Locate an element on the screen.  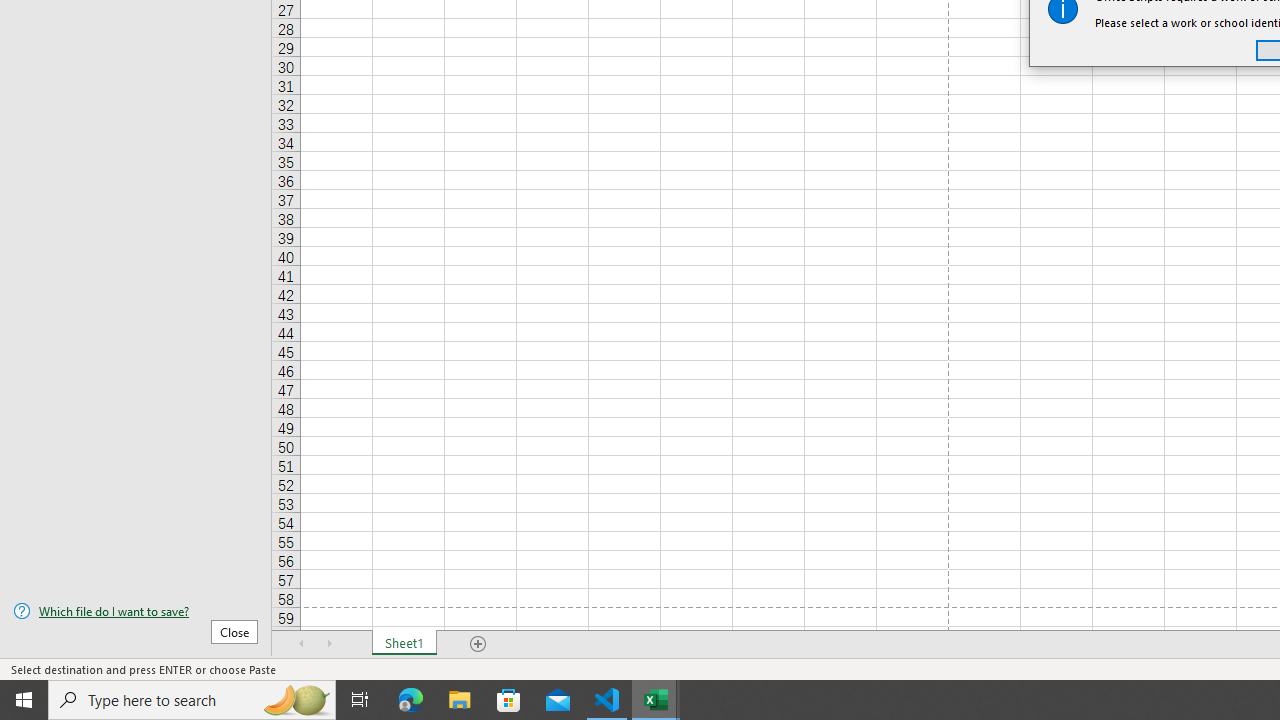
'File Explorer' is located at coordinates (459, 698).